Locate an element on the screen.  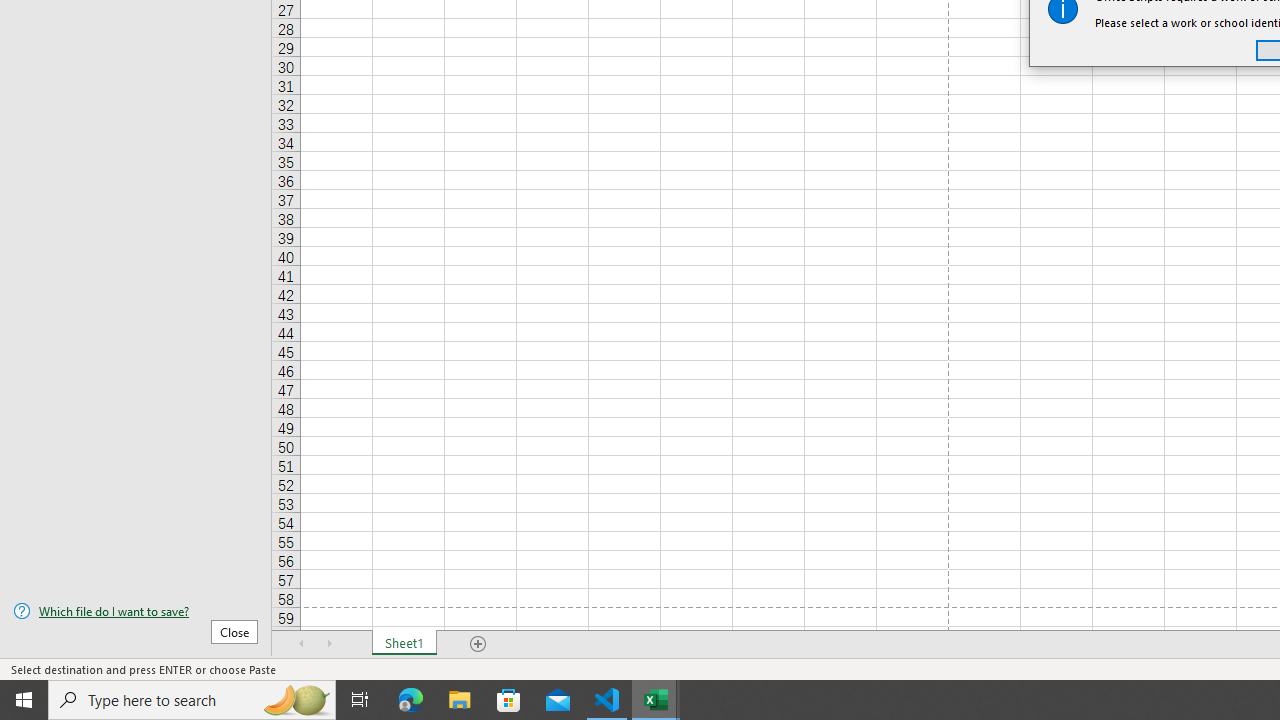
'File Explorer' is located at coordinates (459, 698).